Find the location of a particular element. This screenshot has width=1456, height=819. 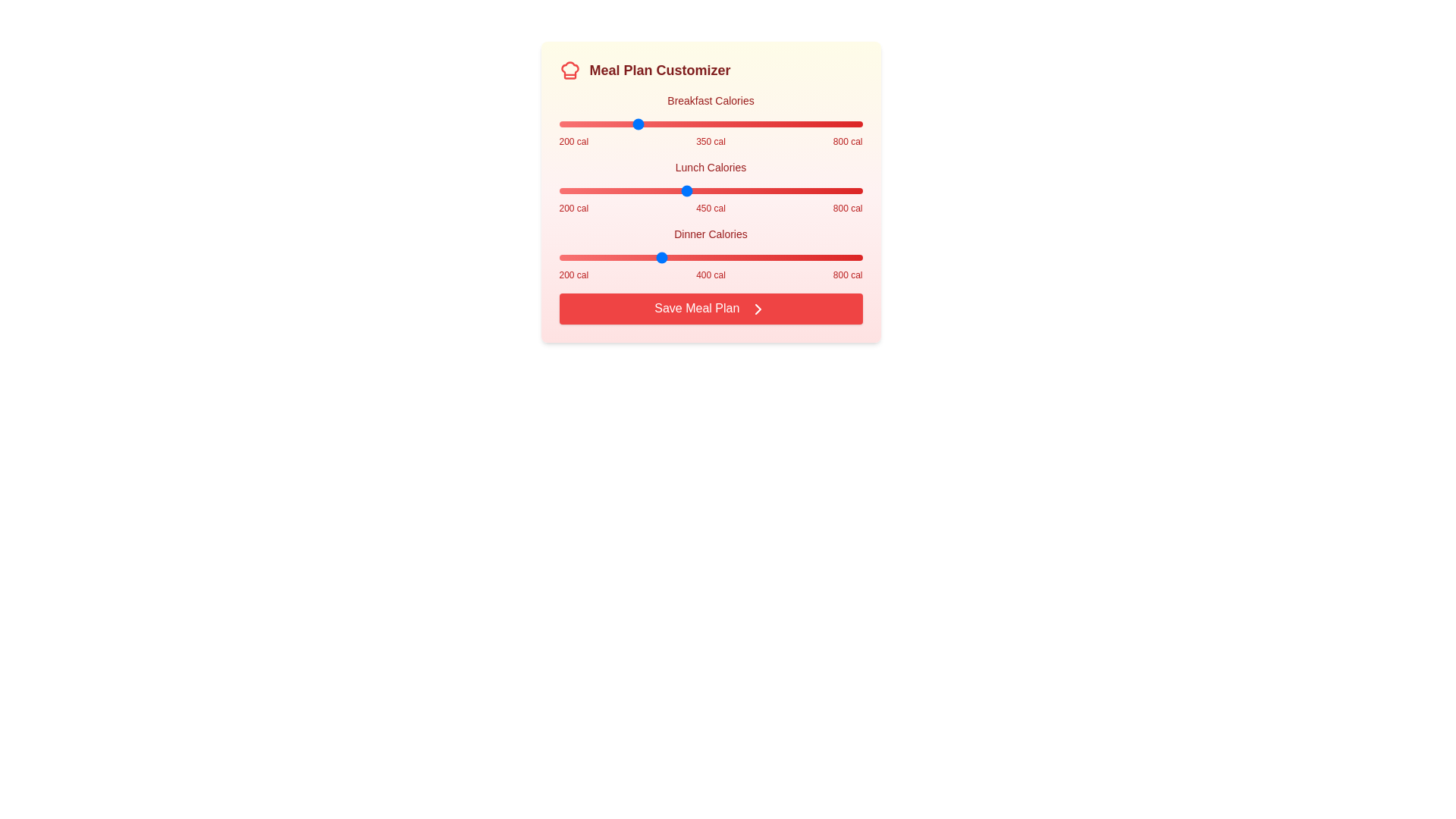

'Save Meal Plan' button is located at coordinates (710, 308).